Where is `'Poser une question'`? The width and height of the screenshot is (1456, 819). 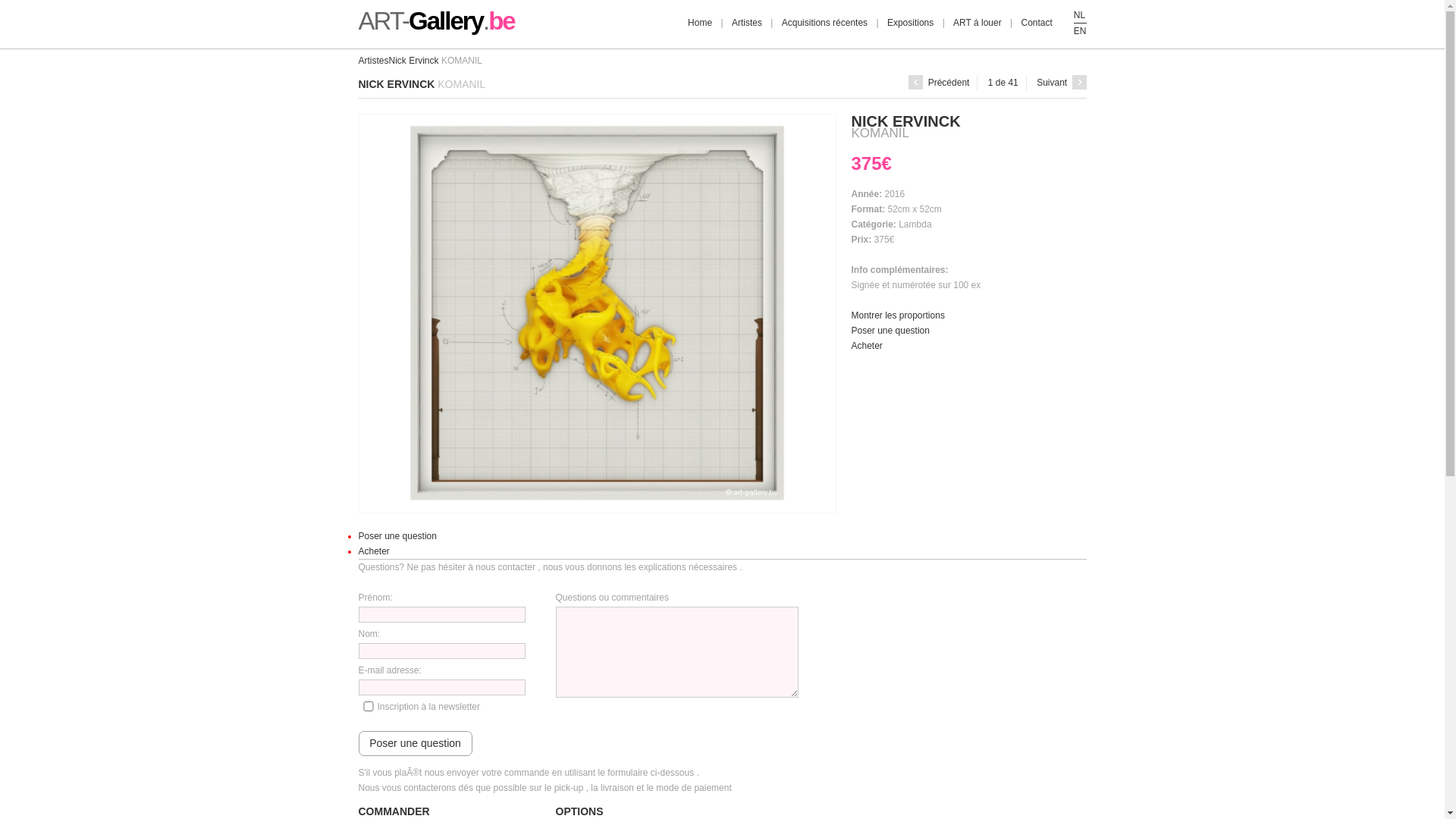
'Poser une question' is located at coordinates (397, 535).